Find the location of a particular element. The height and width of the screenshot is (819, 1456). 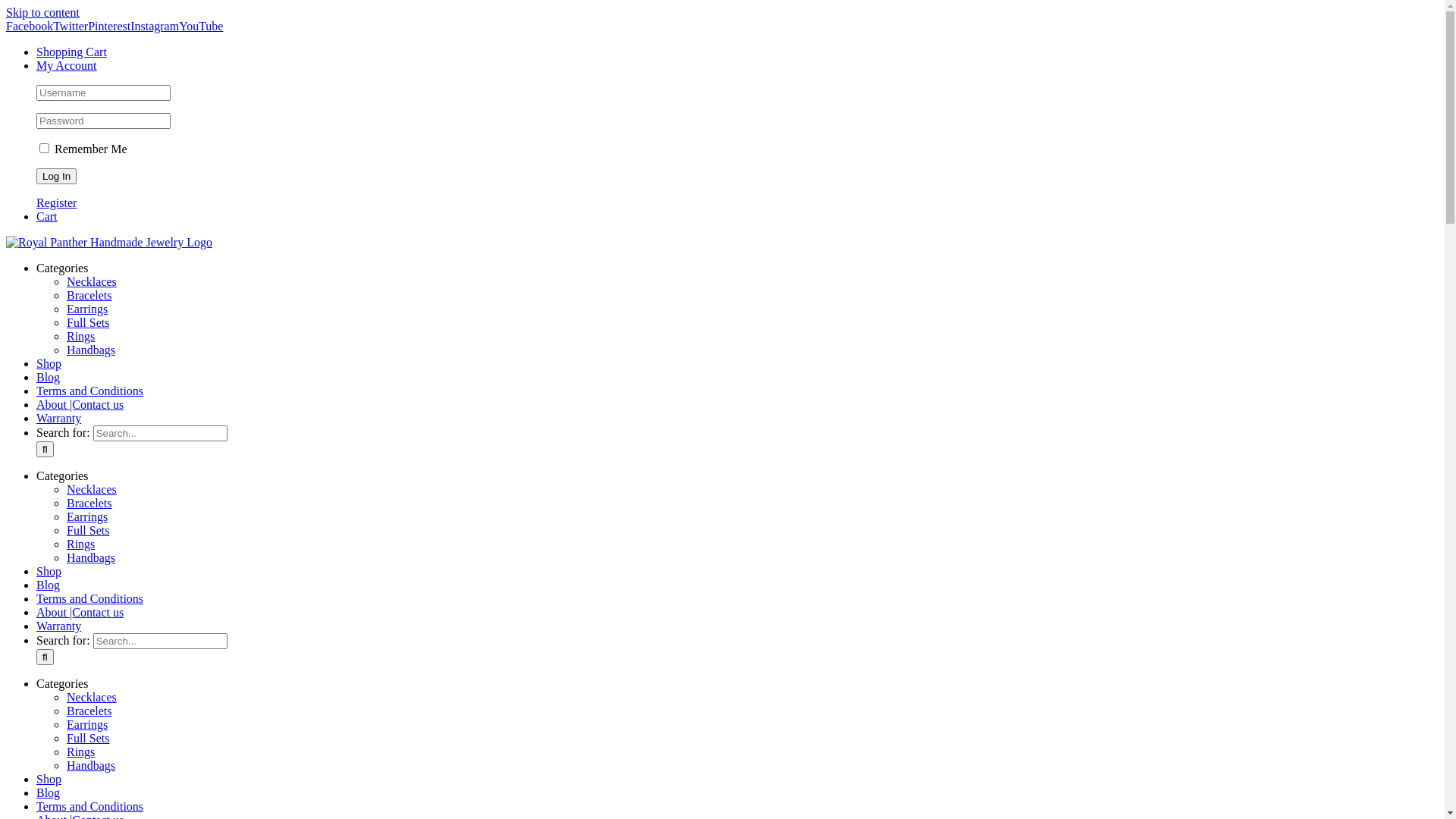

'Log In' is located at coordinates (56, 175).